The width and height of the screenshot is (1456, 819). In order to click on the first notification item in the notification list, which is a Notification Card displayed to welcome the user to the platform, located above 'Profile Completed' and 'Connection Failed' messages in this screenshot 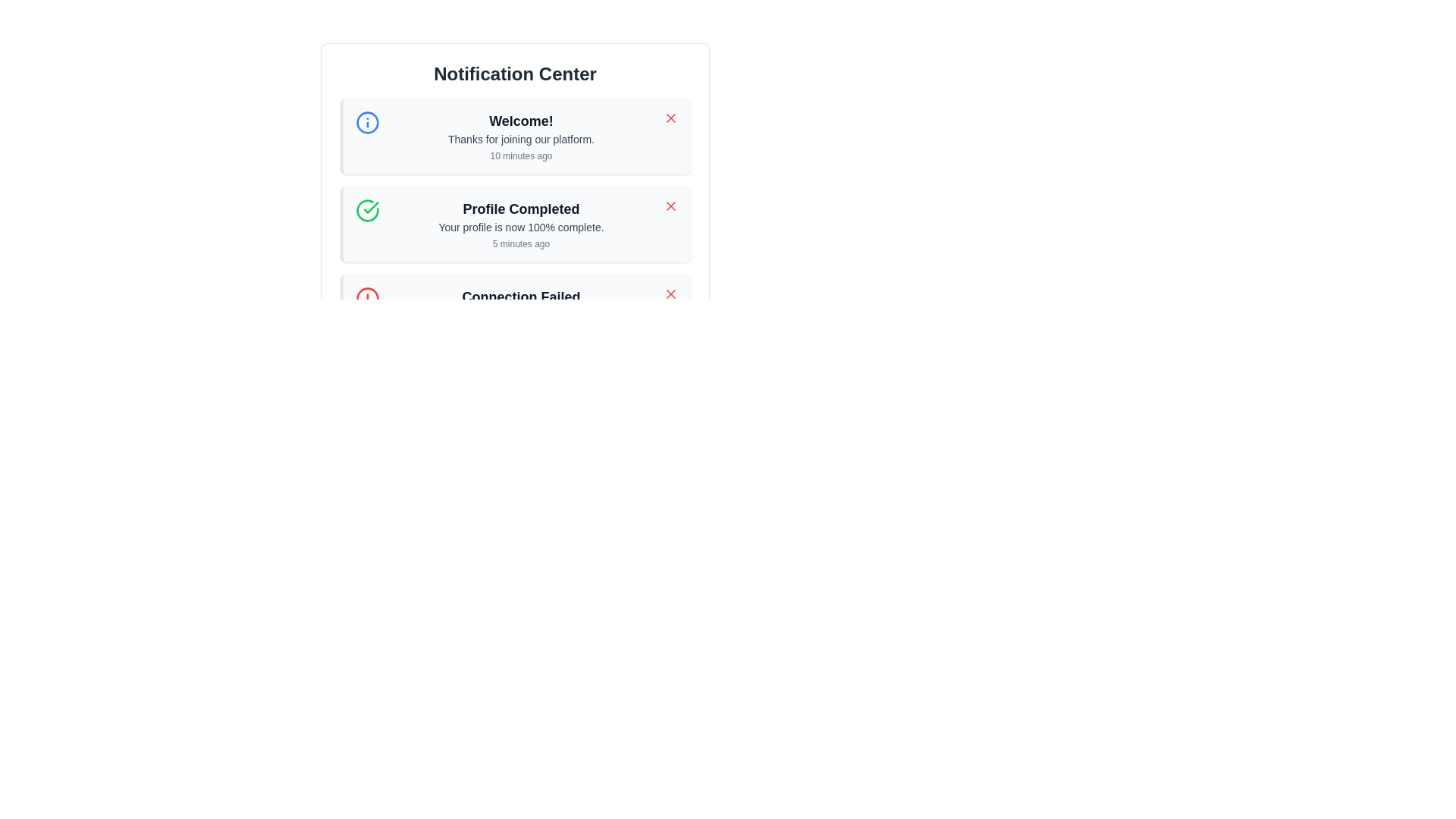, I will do `click(515, 136)`.